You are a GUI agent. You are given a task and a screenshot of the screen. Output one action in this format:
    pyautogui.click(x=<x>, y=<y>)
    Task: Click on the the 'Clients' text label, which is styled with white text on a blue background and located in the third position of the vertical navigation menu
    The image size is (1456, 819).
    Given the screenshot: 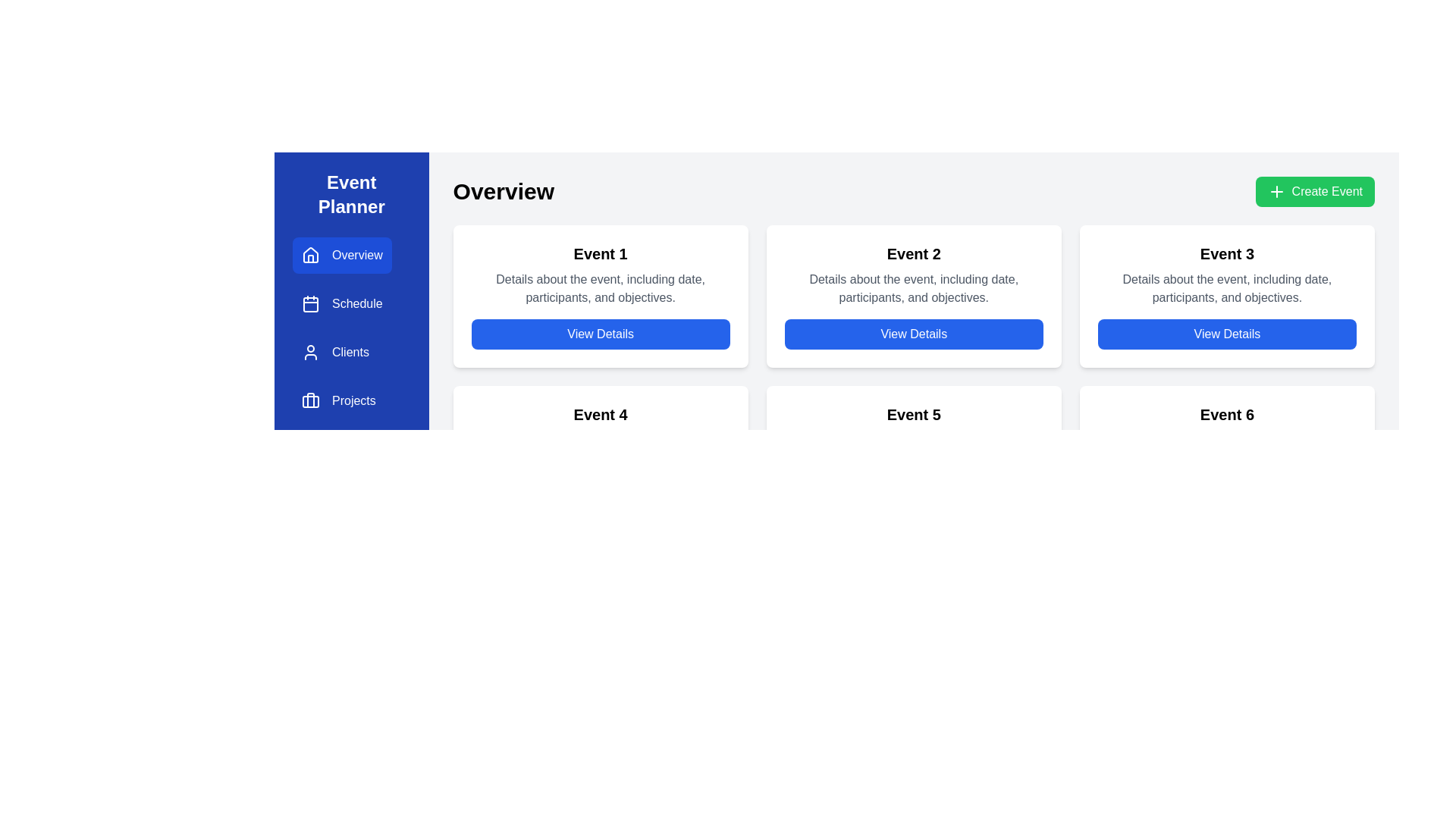 What is the action you would take?
    pyautogui.click(x=350, y=353)
    